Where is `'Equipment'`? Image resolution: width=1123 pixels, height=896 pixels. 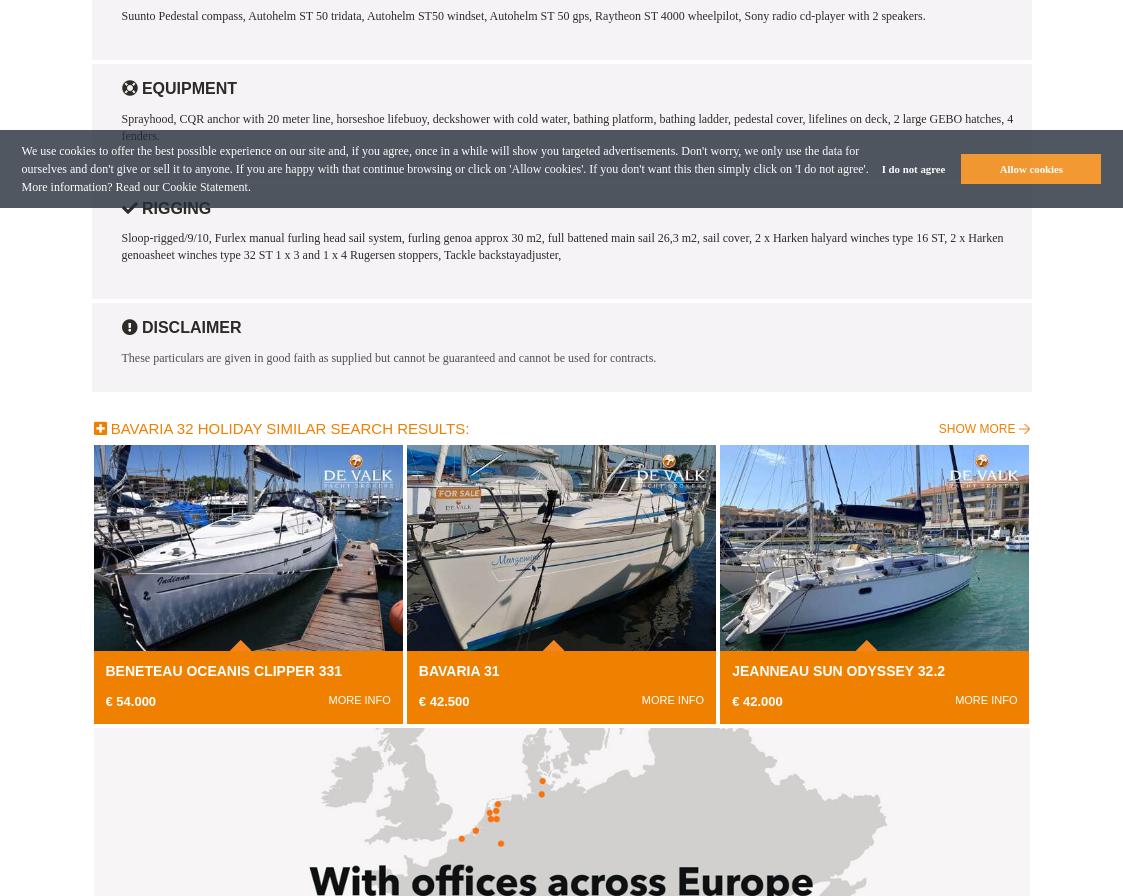
'Equipment' is located at coordinates (185, 88).